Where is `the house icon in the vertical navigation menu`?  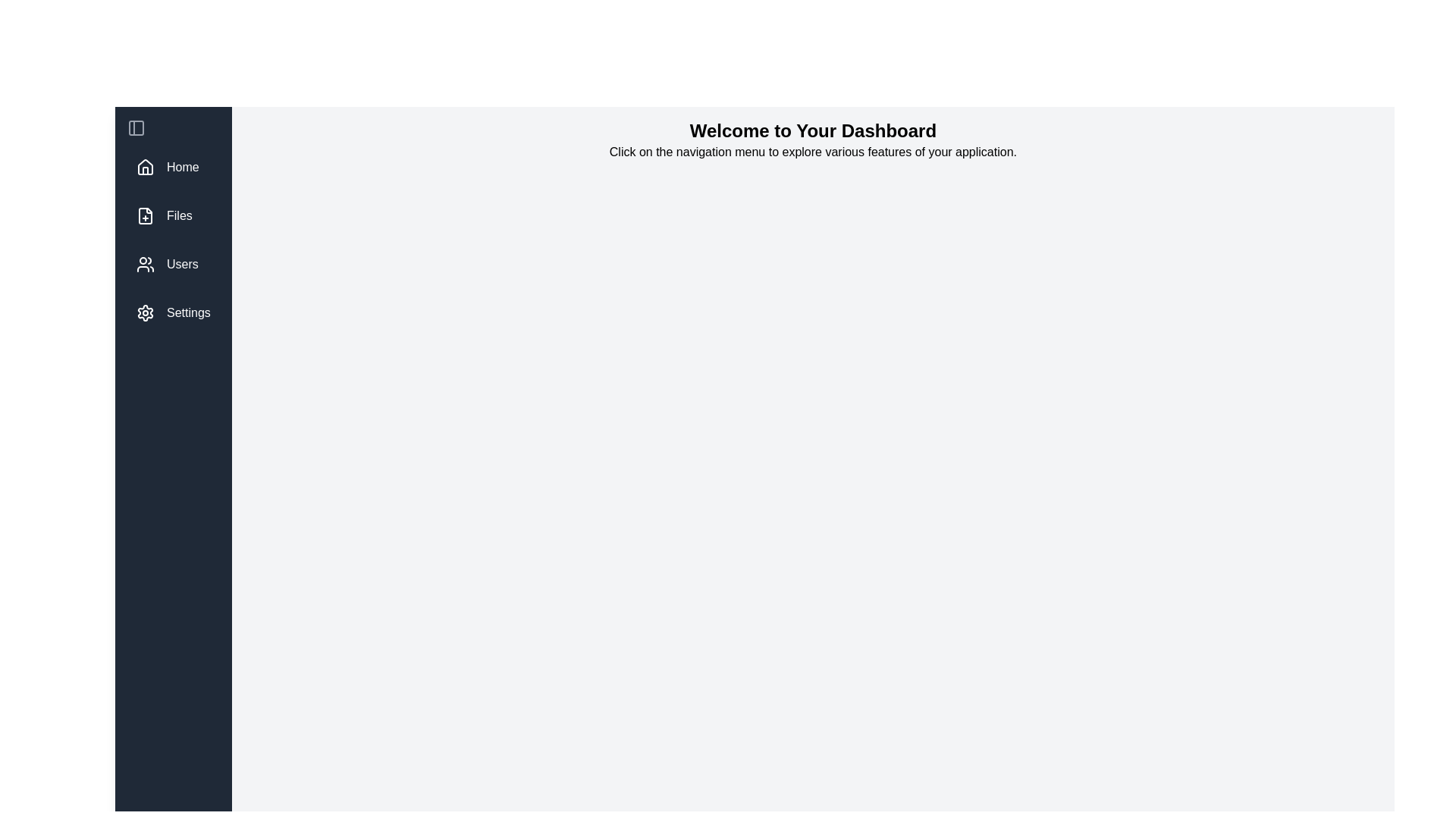
the house icon in the vertical navigation menu is located at coordinates (146, 167).